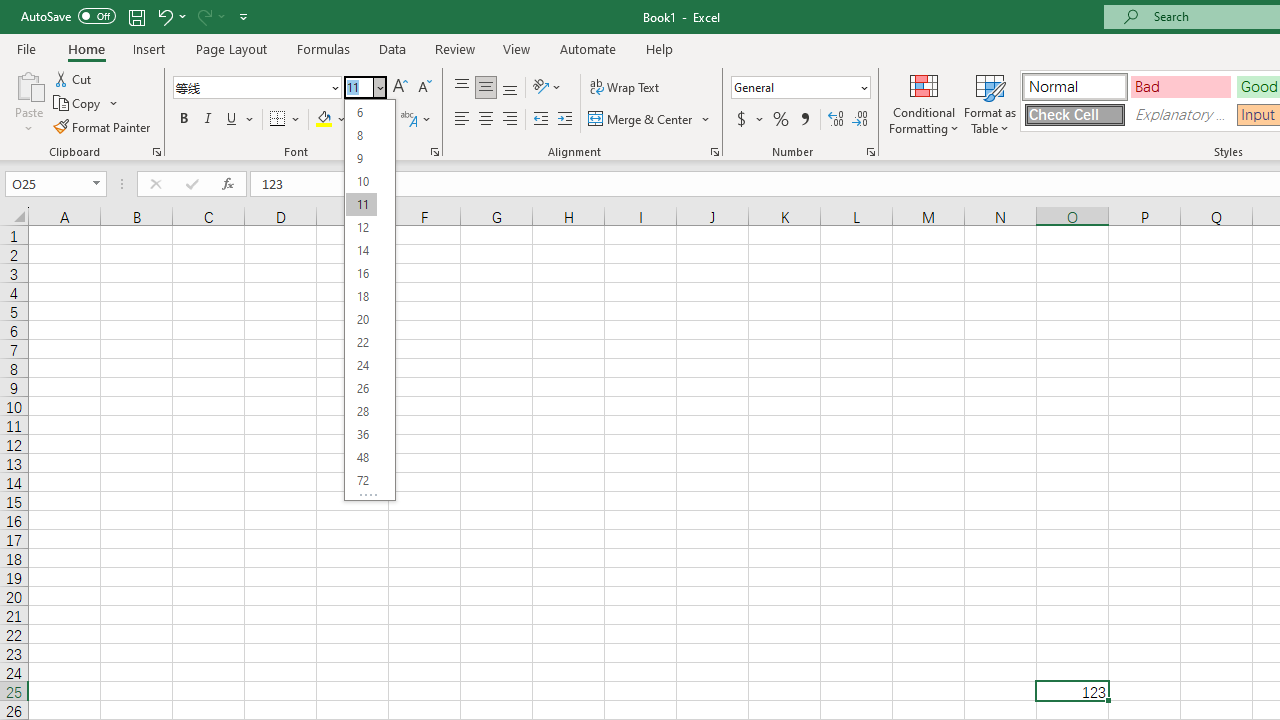 This screenshot has width=1280, height=720. Describe the element at coordinates (361, 365) in the screenshot. I see `'24'` at that location.